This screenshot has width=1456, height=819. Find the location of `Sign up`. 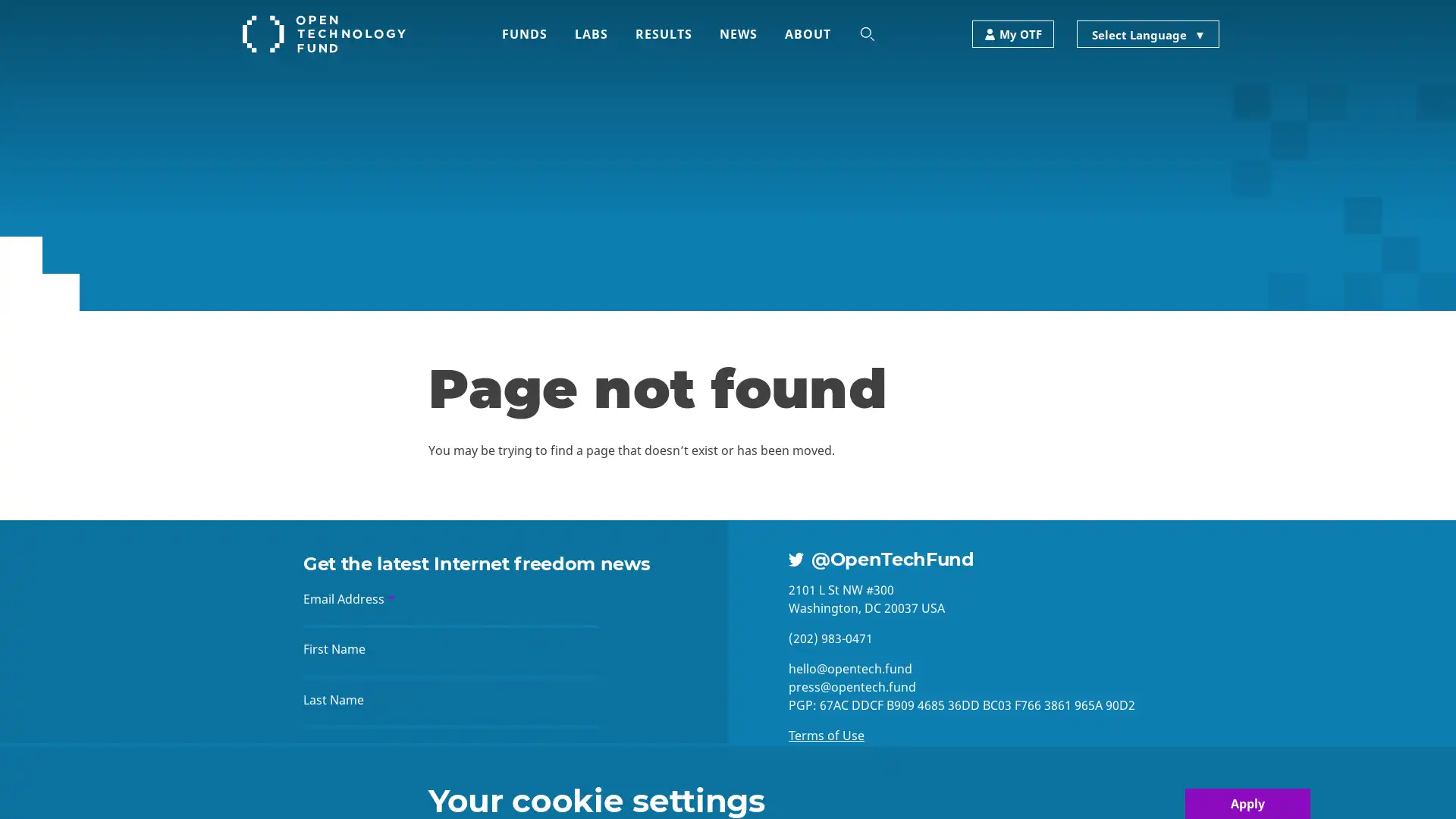

Sign up is located at coordinates (372, 766).